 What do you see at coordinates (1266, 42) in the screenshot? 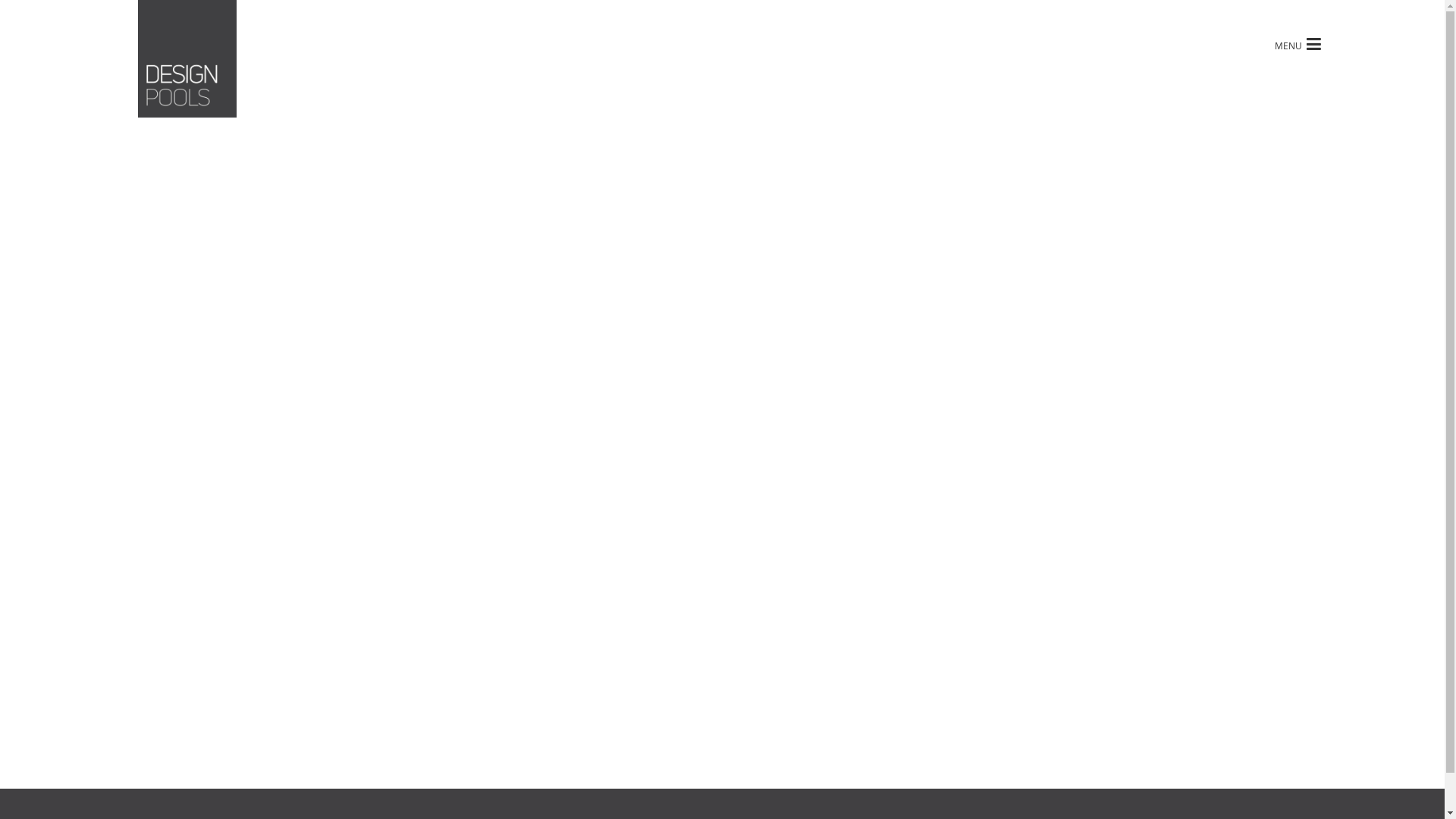
I see `'MENU'` at bounding box center [1266, 42].